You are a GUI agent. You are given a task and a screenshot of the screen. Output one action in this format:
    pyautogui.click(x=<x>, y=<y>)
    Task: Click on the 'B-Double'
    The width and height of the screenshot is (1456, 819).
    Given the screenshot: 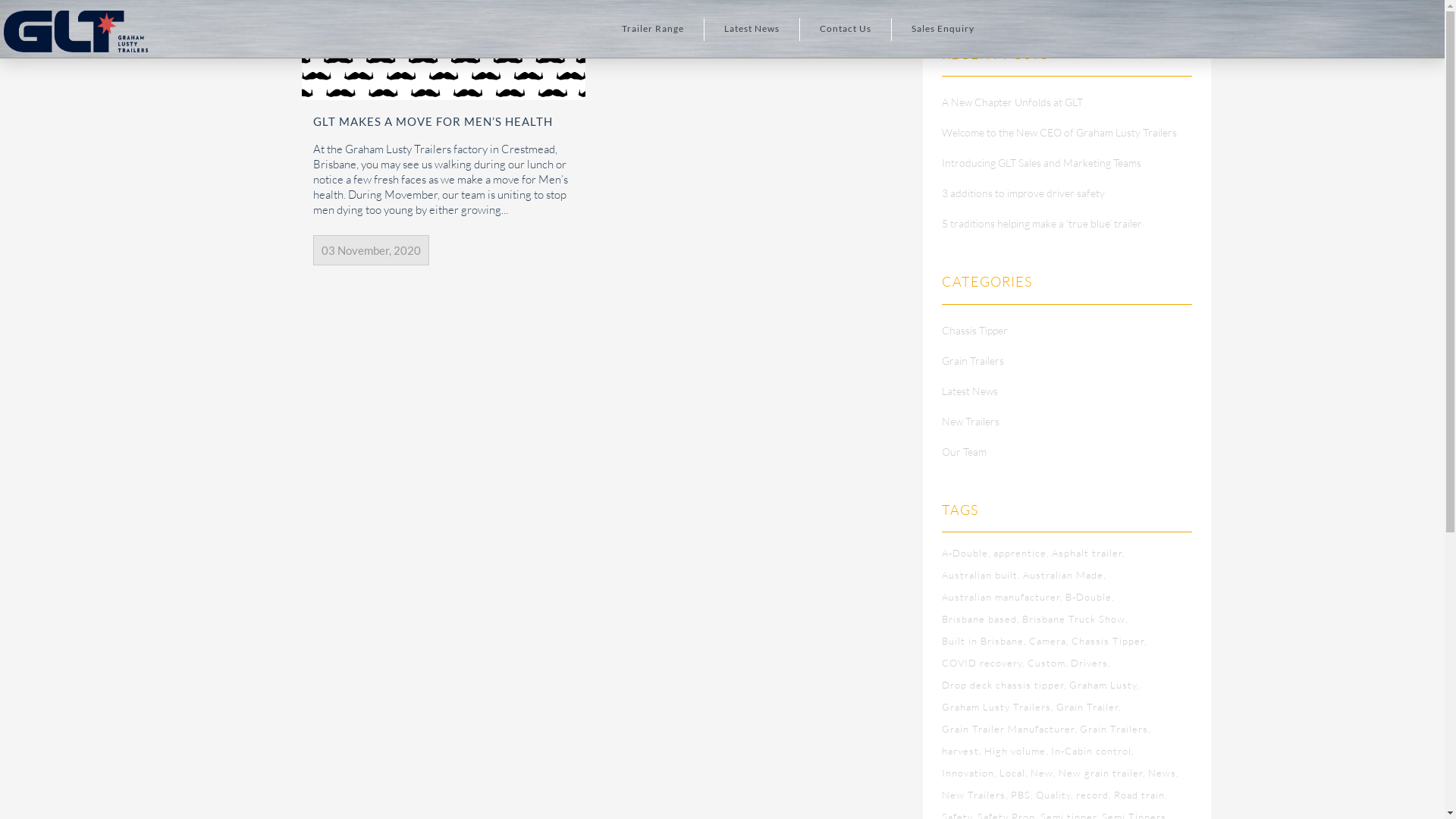 What is the action you would take?
    pyautogui.click(x=1089, y=595)
    